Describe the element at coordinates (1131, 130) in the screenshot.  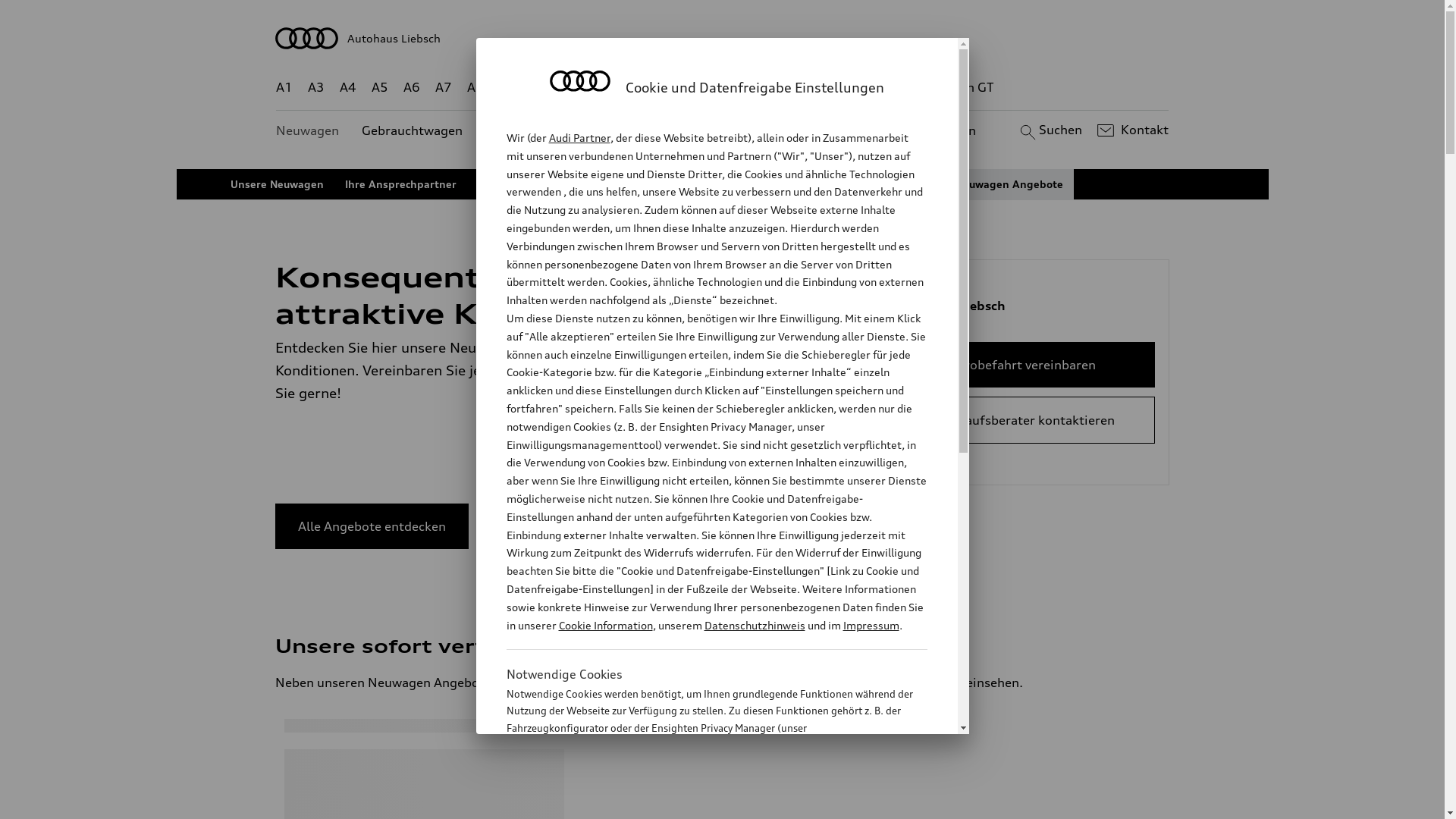
I see `'Kontakt'` at that location.